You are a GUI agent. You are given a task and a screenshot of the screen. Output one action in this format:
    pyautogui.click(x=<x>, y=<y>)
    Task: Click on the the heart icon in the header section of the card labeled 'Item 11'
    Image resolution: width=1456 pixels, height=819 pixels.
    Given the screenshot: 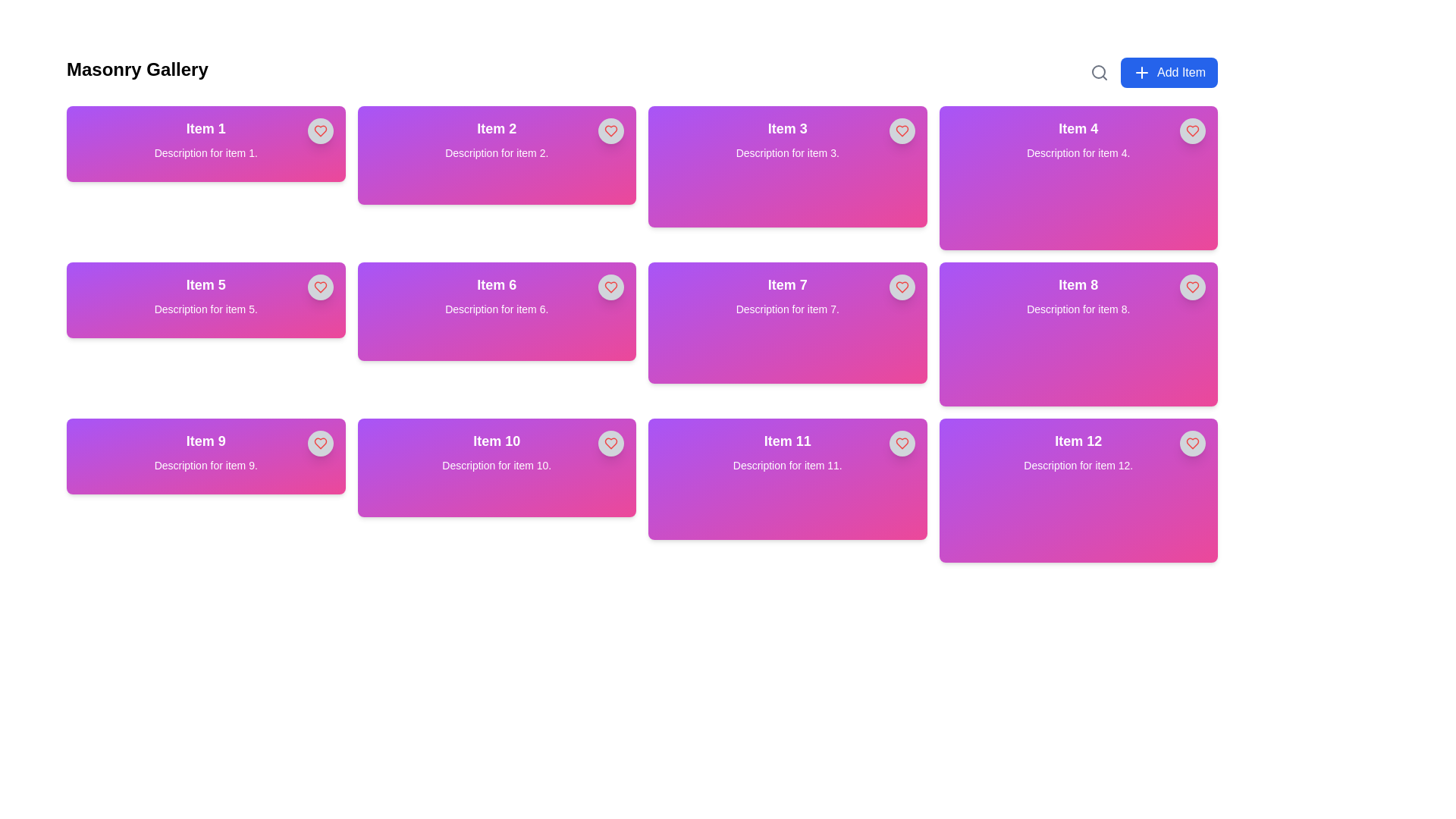 What is the action you would take?
    pyautogui.click(x=902, y=444)
    